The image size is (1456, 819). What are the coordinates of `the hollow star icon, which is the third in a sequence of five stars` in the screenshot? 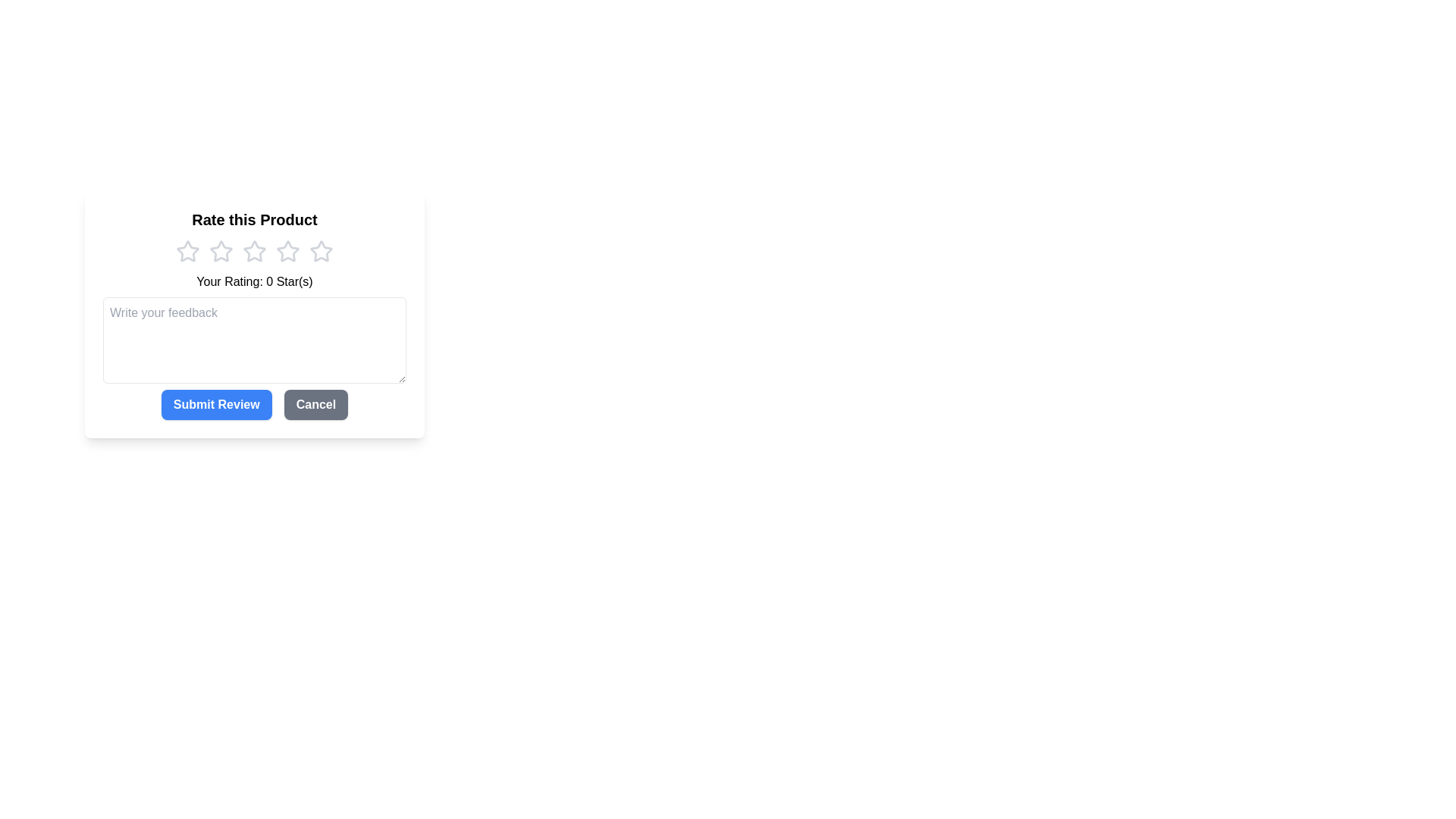 It's located at (287, 250).